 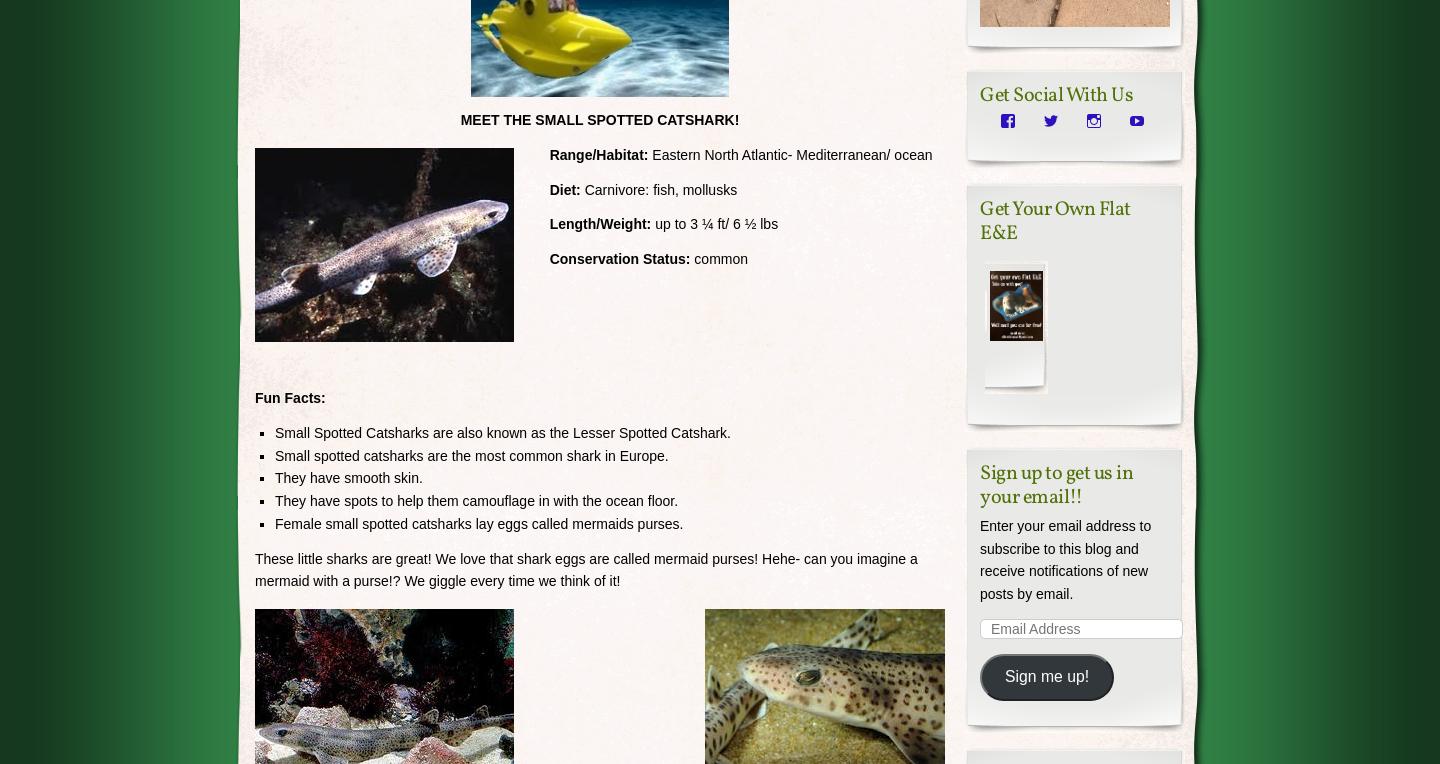 What do you see at coordinates (1065, 559) in the screenshot?
I see `'Enter your email address to subscribe to this blog and receive notifications of new posts by email.'` at bounding box center [1065, 559].